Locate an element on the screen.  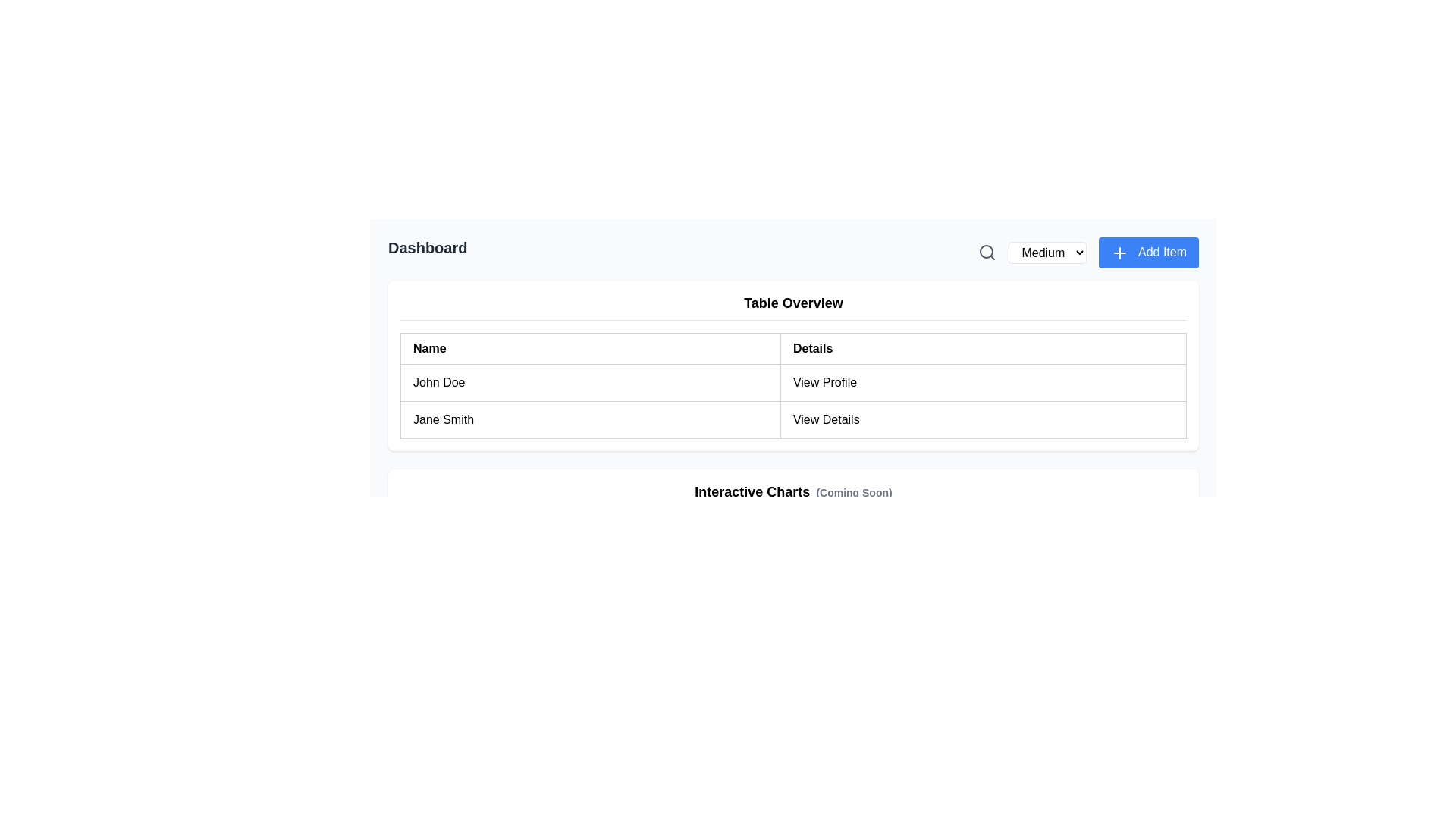
the bold, black text element with the content 'Table Overview', which serves as a header in the upper part of a card layout is located at coordinates (792, 306).